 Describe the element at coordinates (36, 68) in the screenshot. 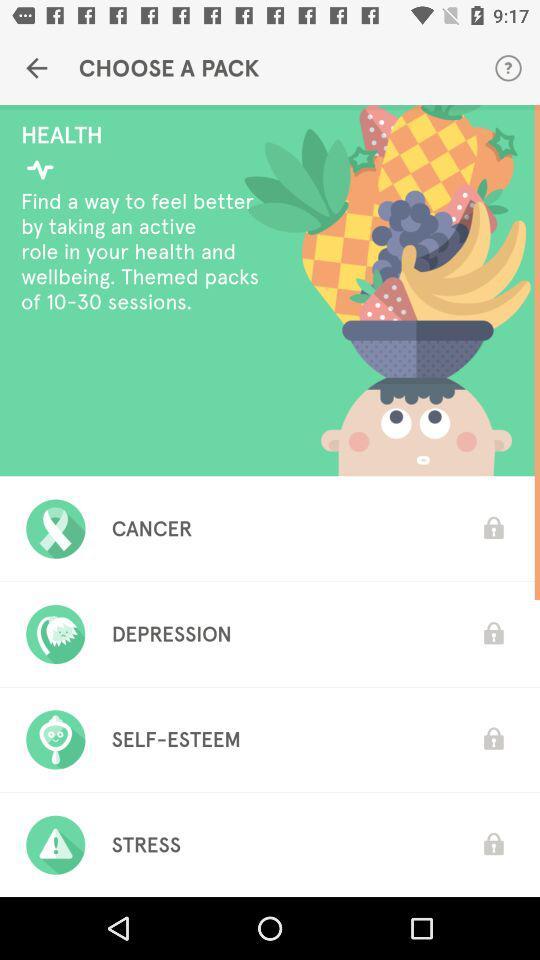

I see `the icon to the left of the choose a pack` at that location.